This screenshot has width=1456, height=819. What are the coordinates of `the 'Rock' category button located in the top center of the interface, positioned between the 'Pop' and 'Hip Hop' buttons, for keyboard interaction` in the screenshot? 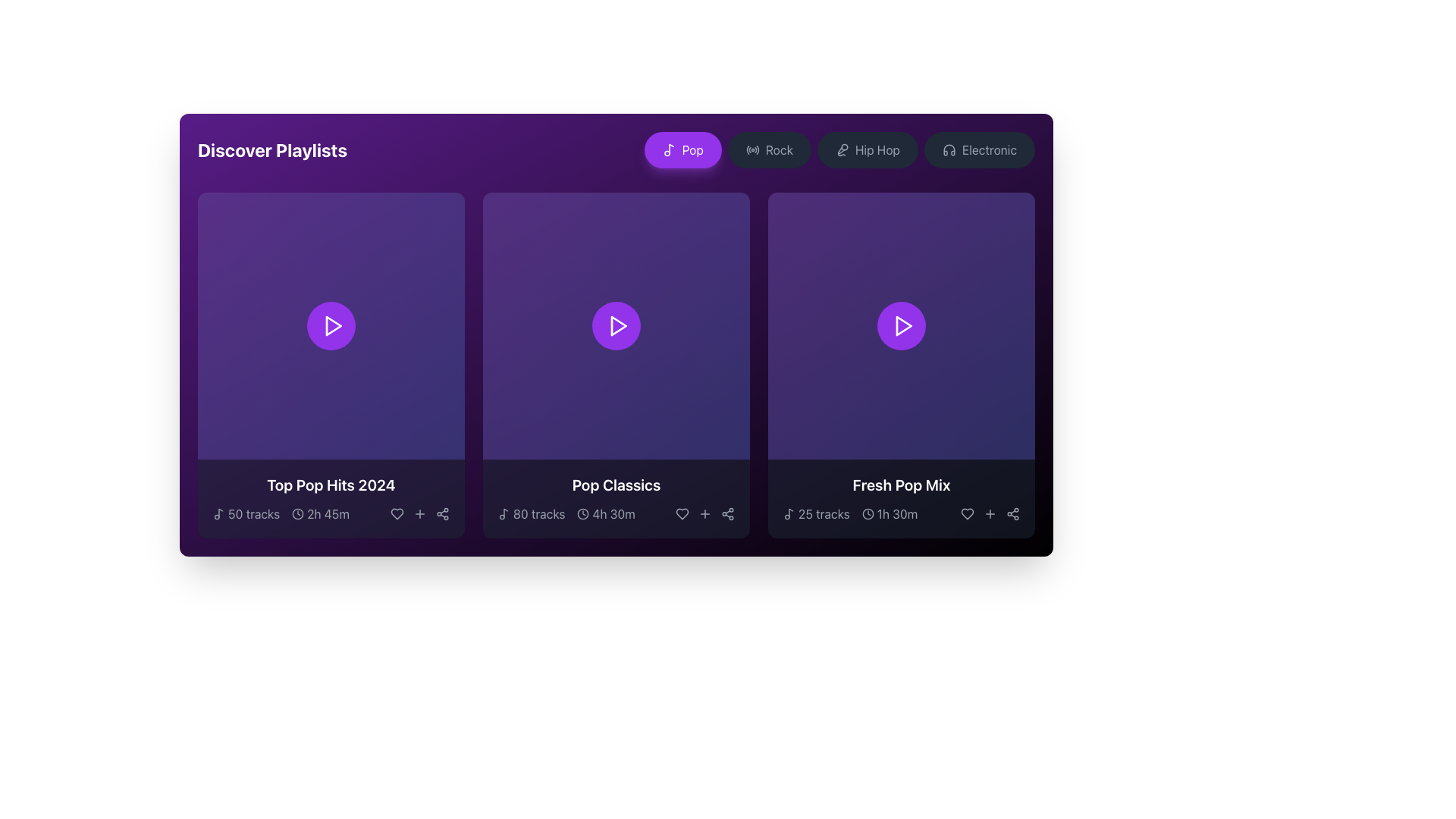 It's located at (779, 149).